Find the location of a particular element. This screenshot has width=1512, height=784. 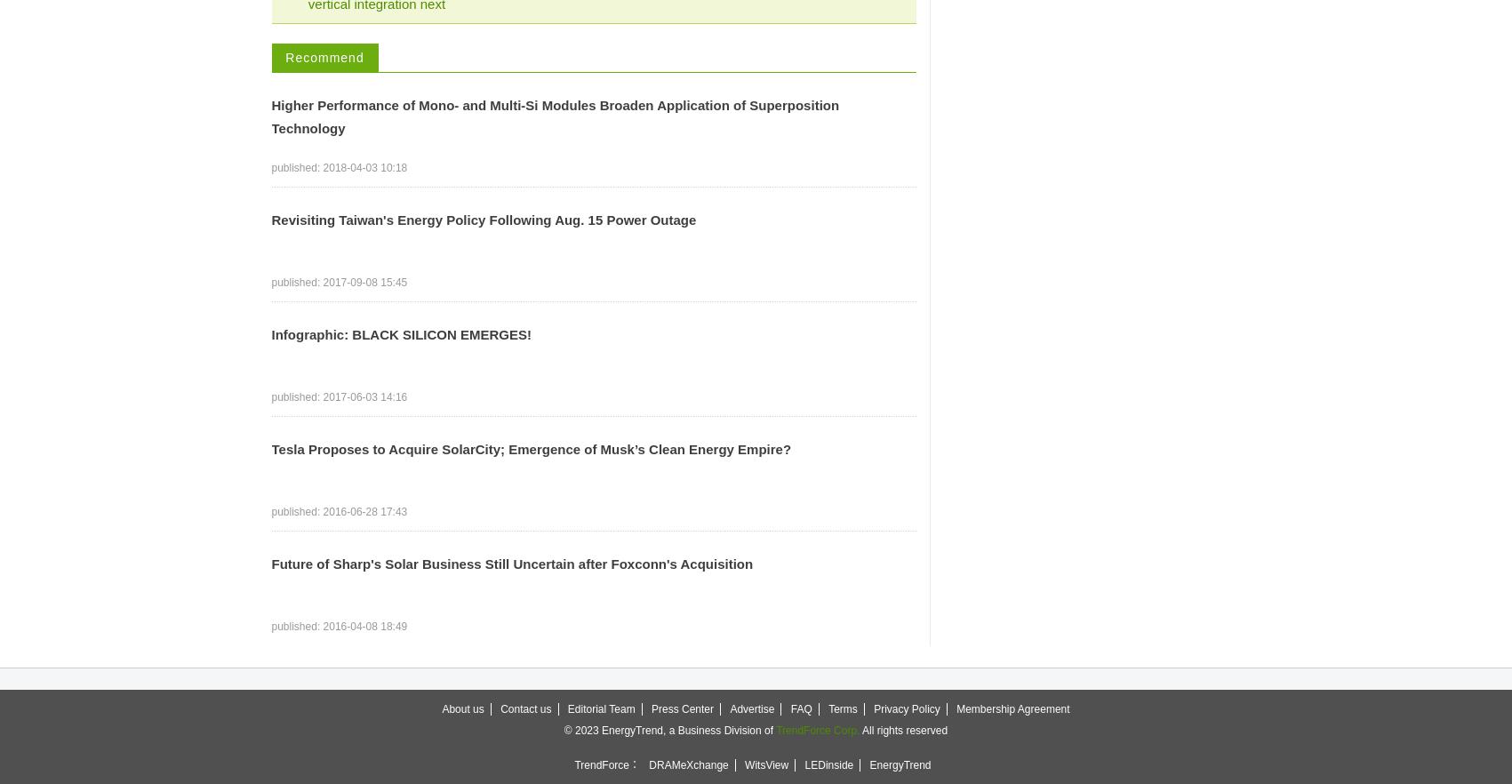

'Terms' is located at coordinates (827, 708).